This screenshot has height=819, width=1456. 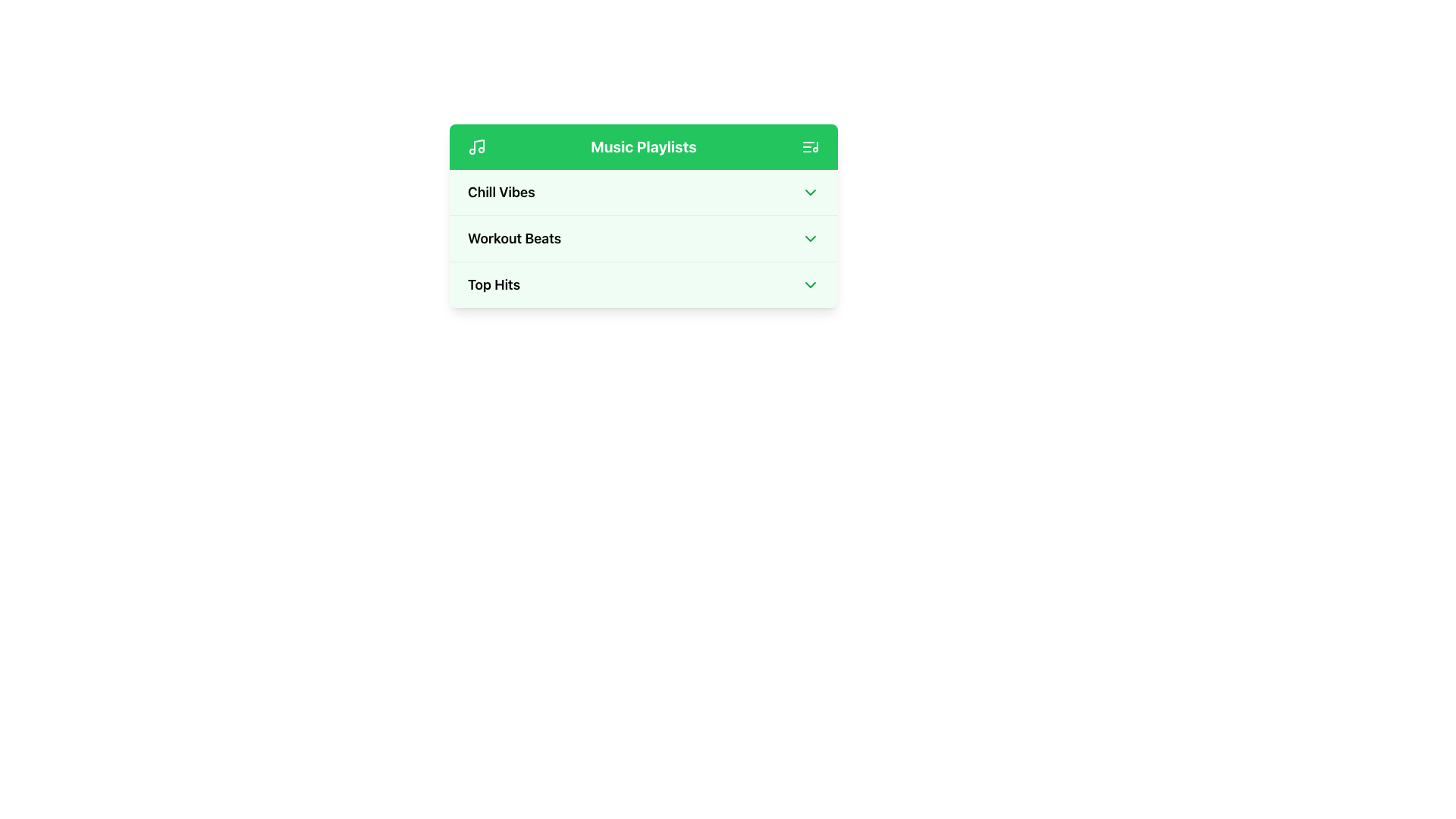 I want to click on the vertical segment of the musical note SVG icon located in the green header of the 'Music Playlists' card, positioned to the left of the text 'Music Playlists', so click(x=479, y=146).